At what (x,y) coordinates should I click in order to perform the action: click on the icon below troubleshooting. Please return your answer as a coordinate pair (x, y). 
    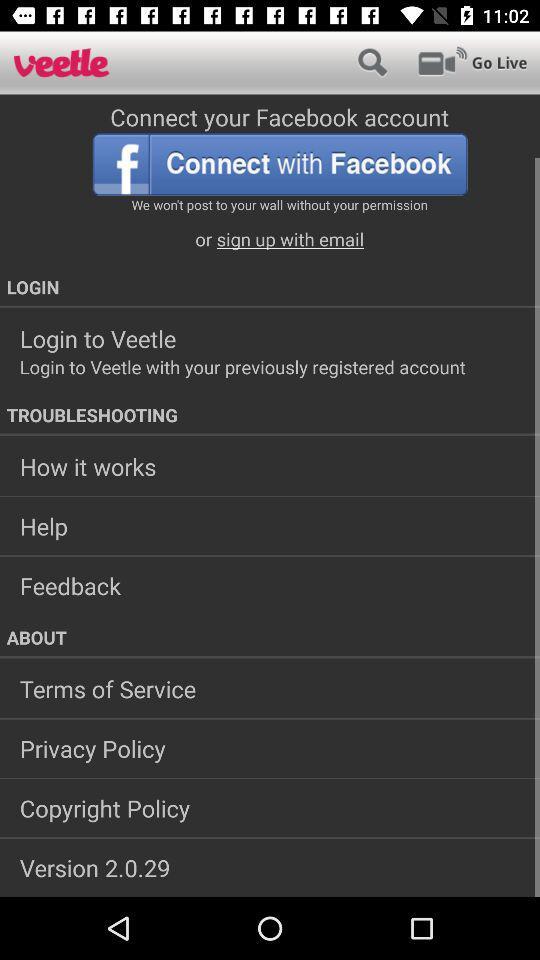
    Looking at the image, I should click on (270, 466).